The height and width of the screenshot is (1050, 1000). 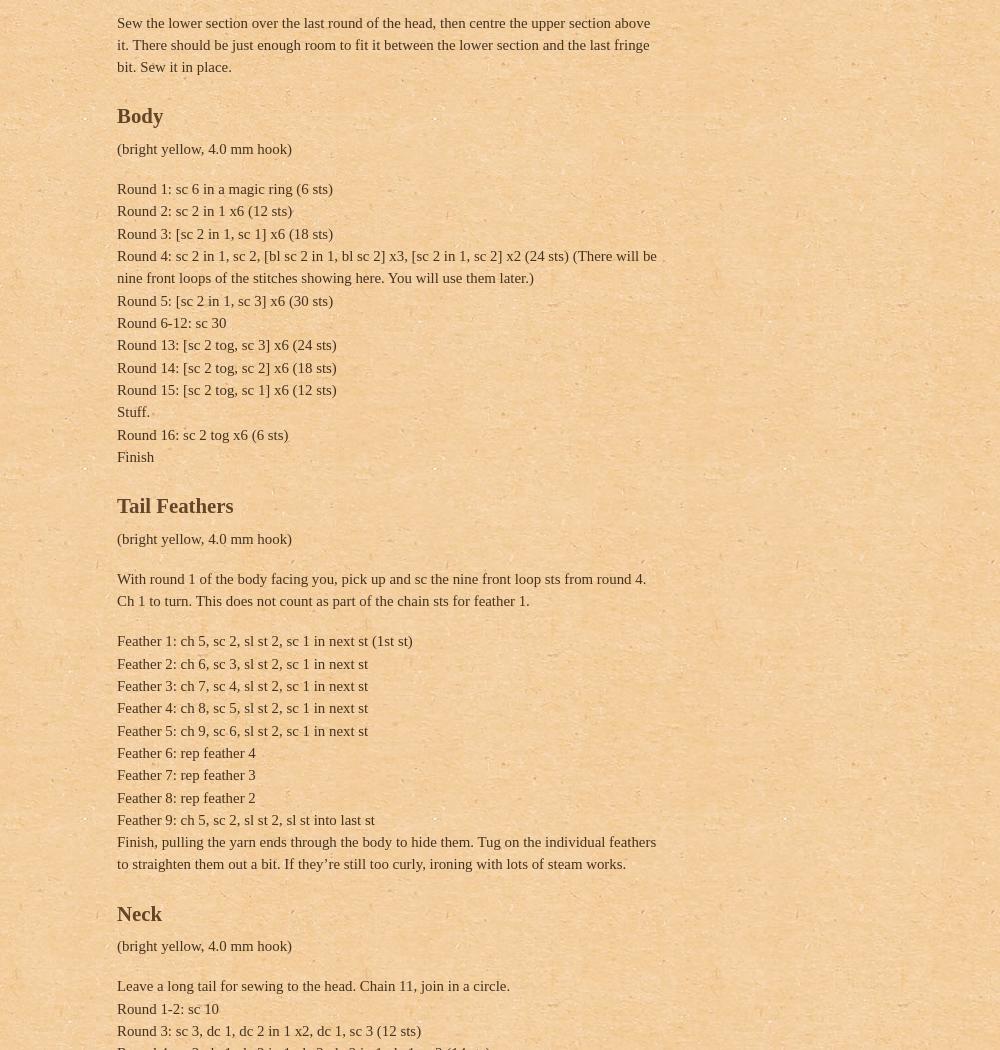 What do you see at coordinates (139, 912) in the screenshot?
I see `'Neck'` at bounding box center [139, 912].